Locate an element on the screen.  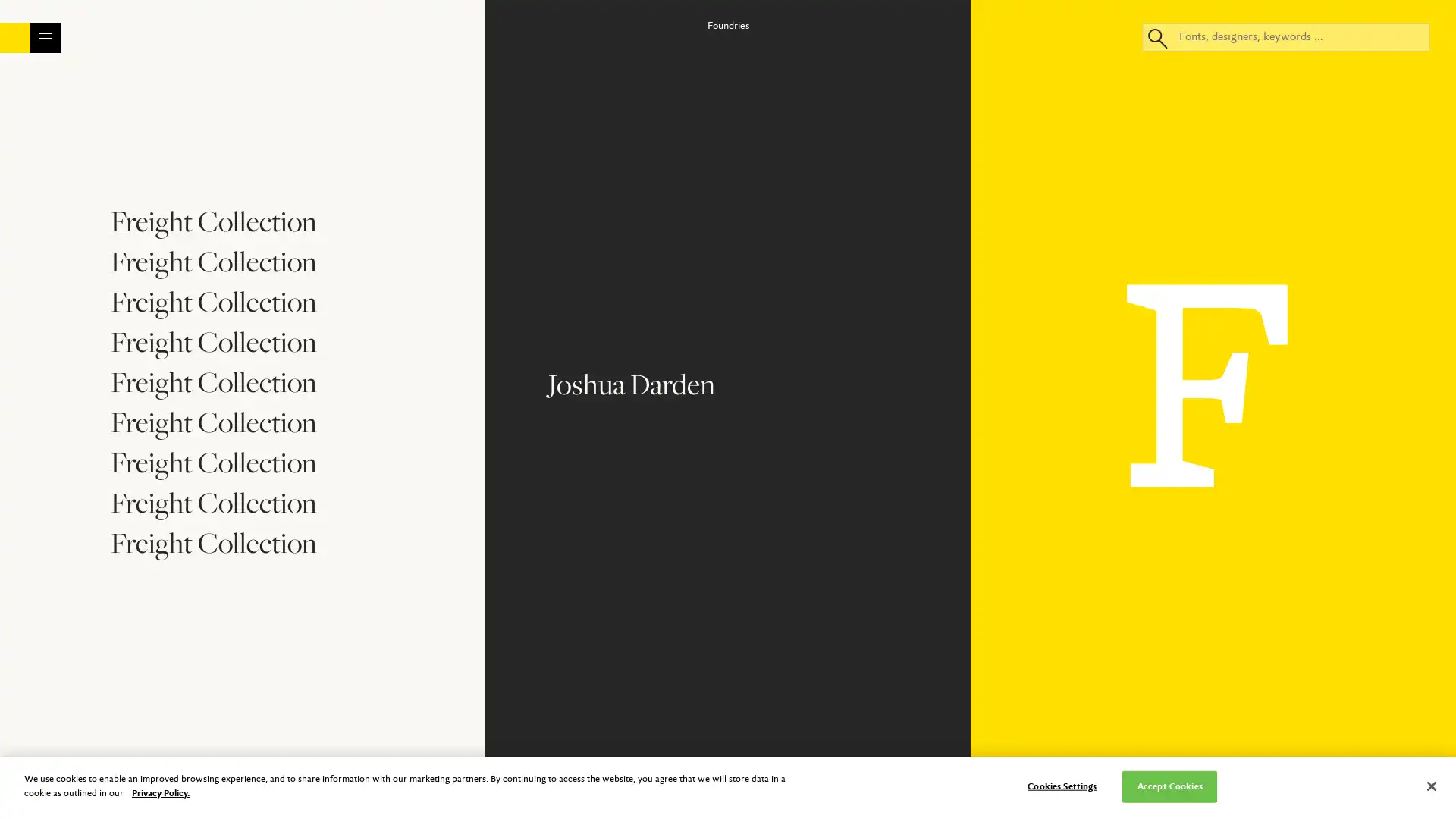
Subscribe is located at coordinates (726, 409).